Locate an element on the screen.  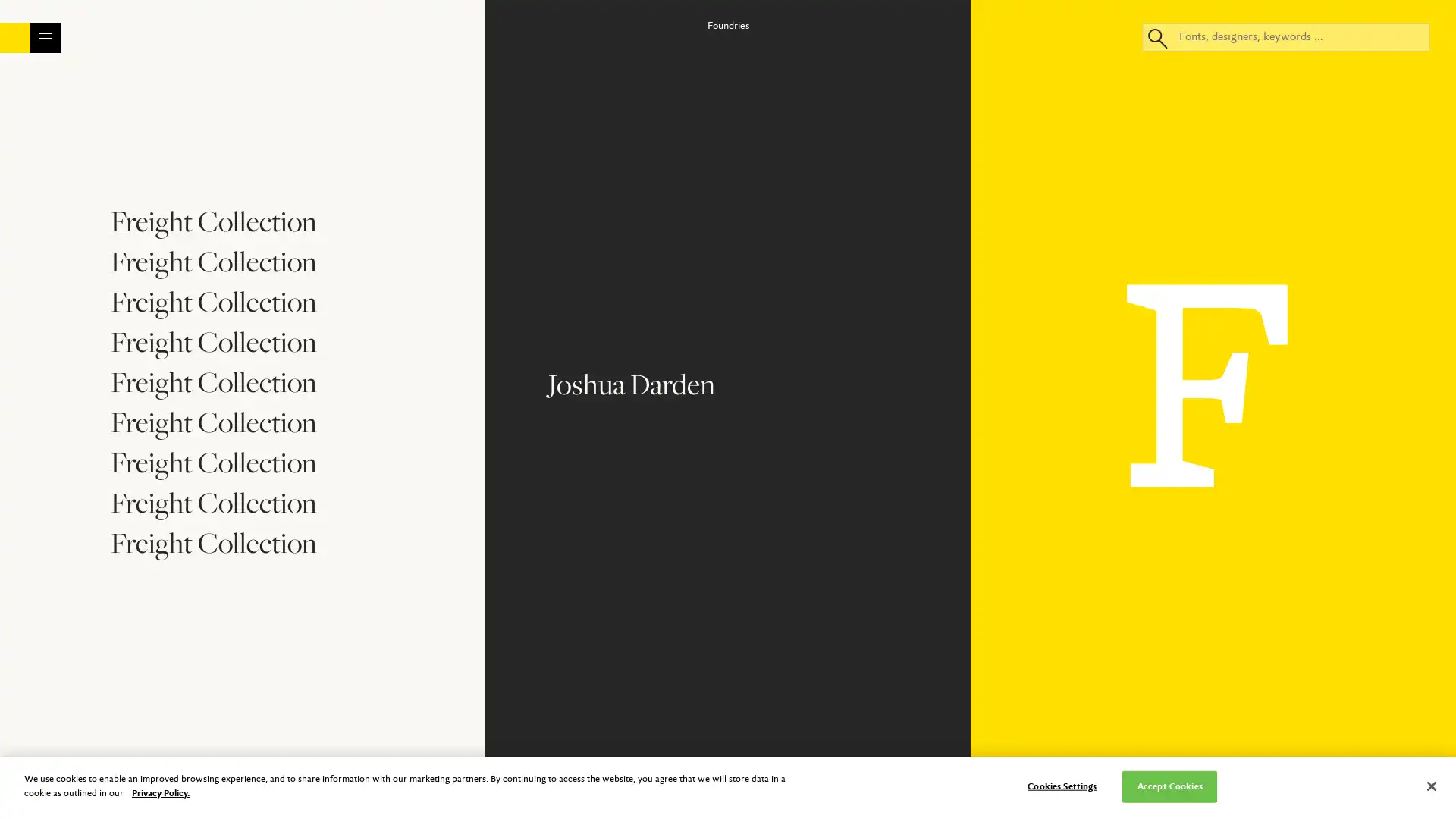
Subscribe is located at coordinates (726, 409).